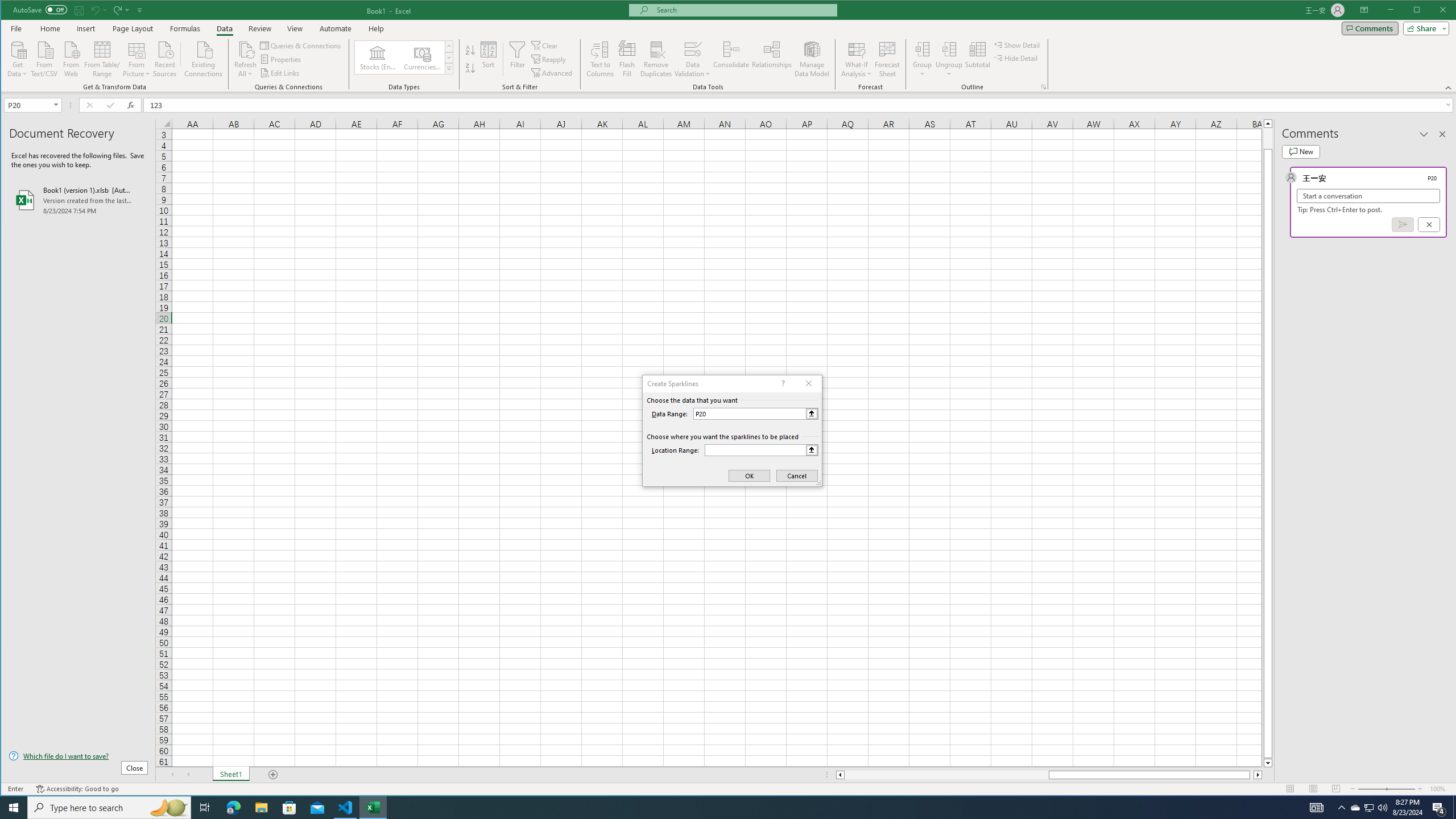 The image size is (1456, 819). What do you see at coordinates (1423, 134) in the screenshot?
I see `'Task Pane Options'` at bounding box center [1423, 134].